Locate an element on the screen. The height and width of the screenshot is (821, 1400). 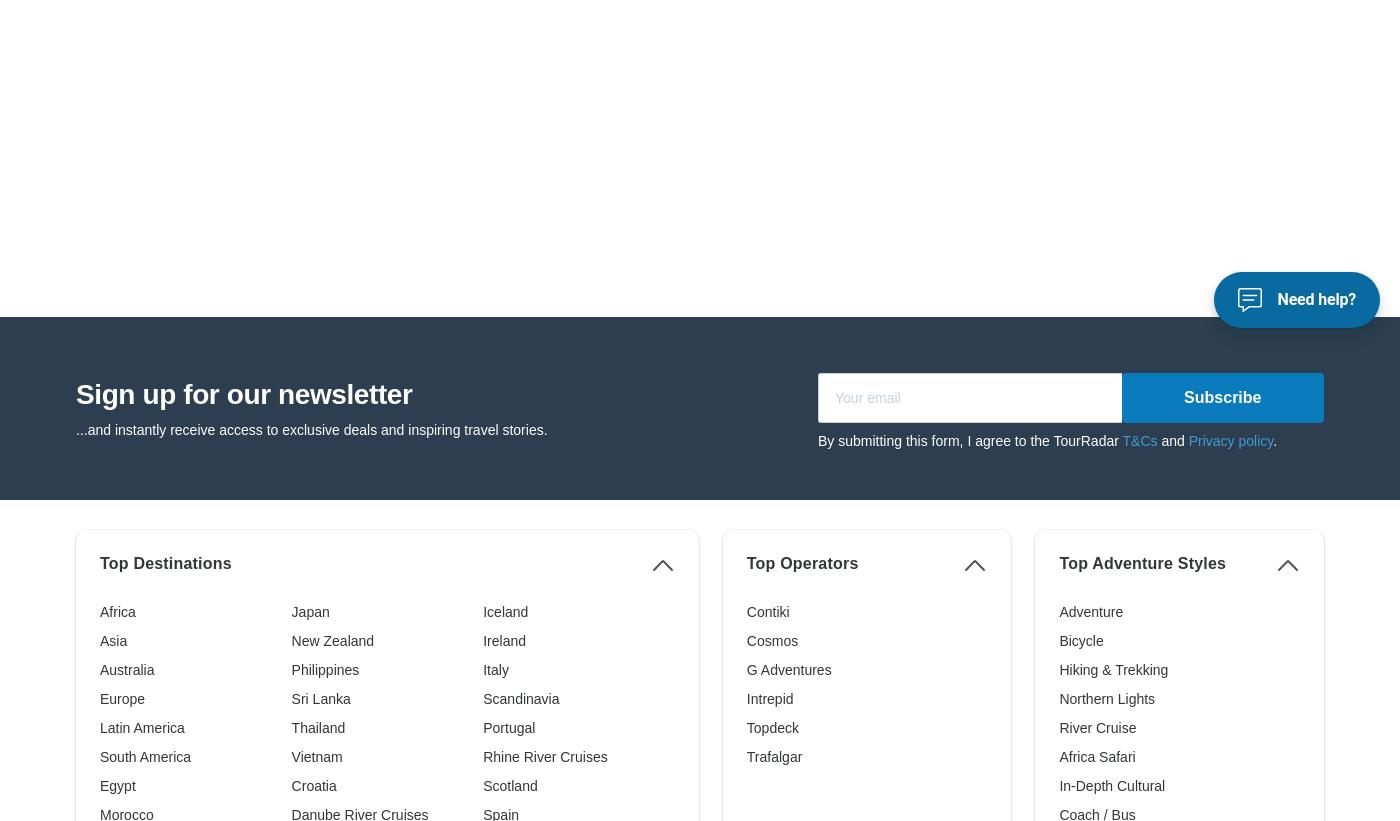
'Africa Safari' is located at coordinates (1097, 434).